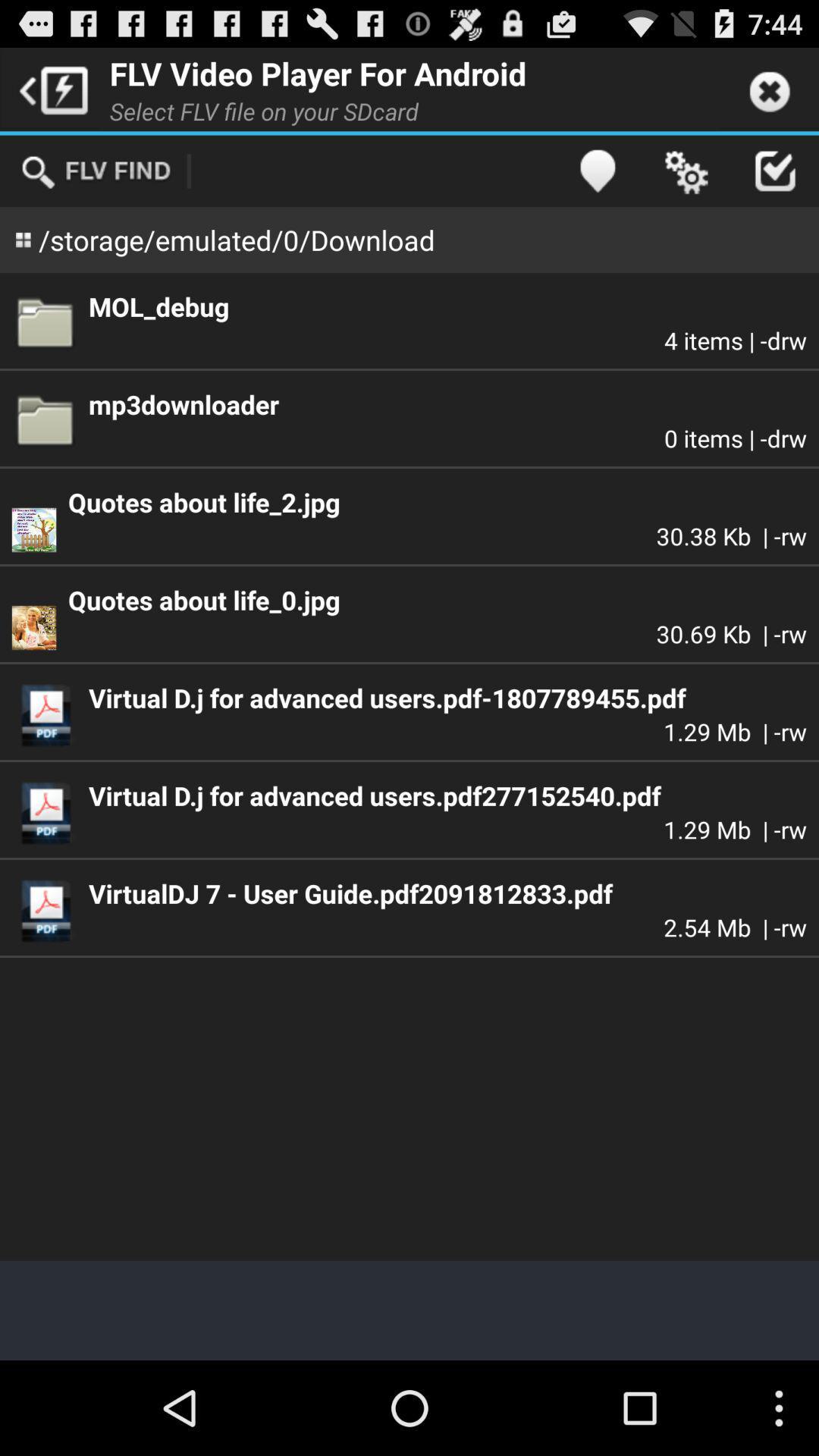  Describe the element at coordinates (774, 171) in the screenshot. I see `item above the mol_debug app` at that location.